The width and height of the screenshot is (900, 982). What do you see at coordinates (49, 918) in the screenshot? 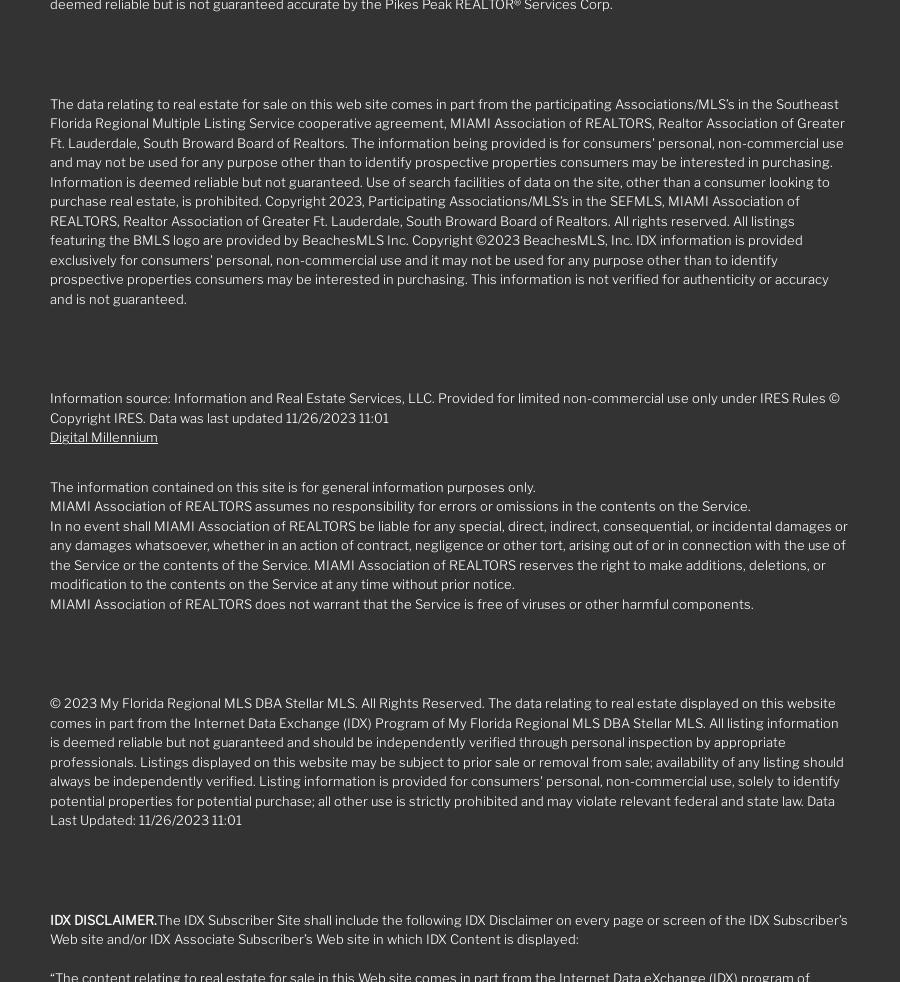
I see `'IDX DISCLAIMER.'` at bounding box center [49, 918].